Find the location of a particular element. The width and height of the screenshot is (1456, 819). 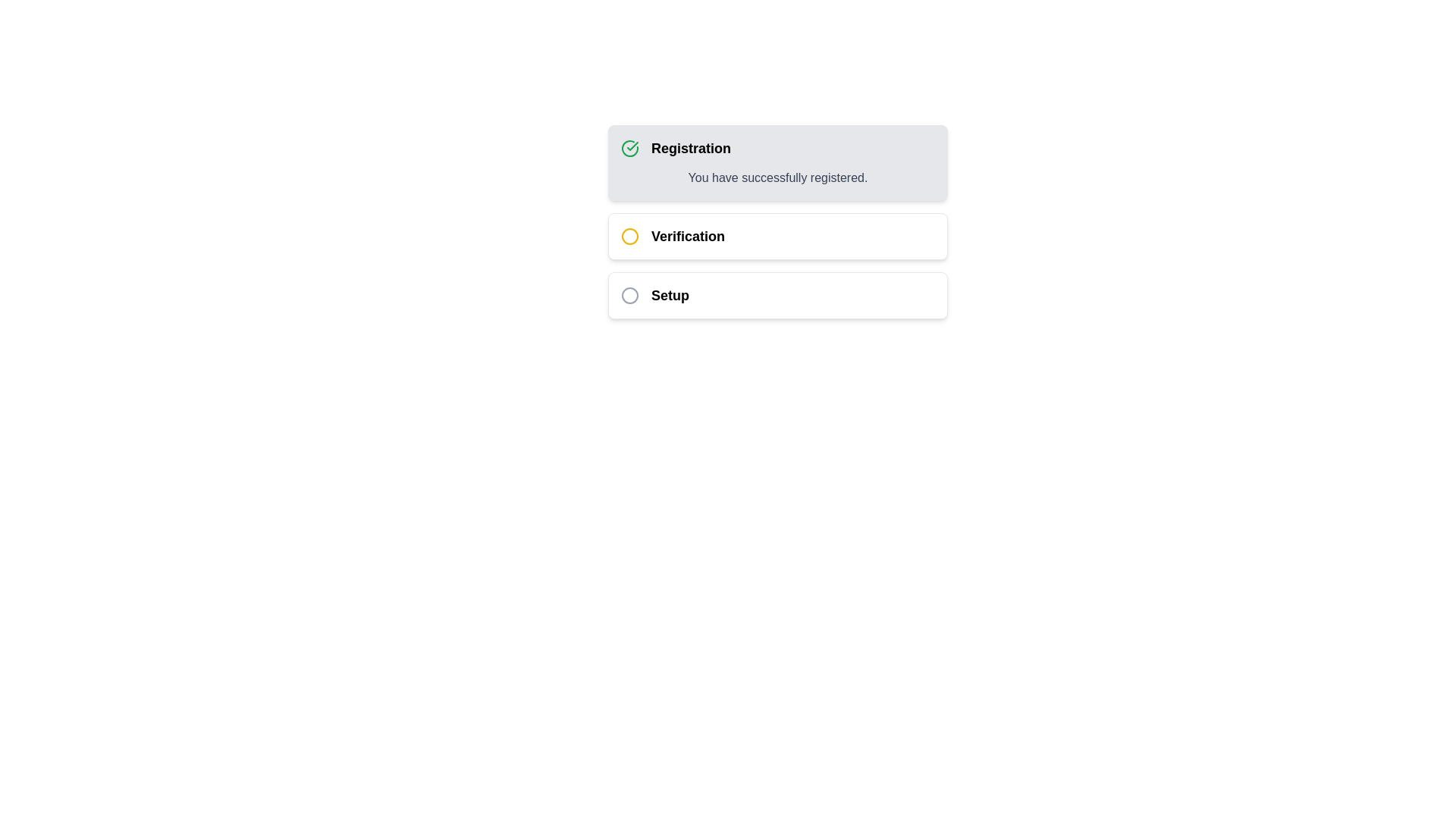

the green circular icon with a checkmark, located to the left of the 'Registration' text, indicating successful completion is located at coordinates (629, 149).